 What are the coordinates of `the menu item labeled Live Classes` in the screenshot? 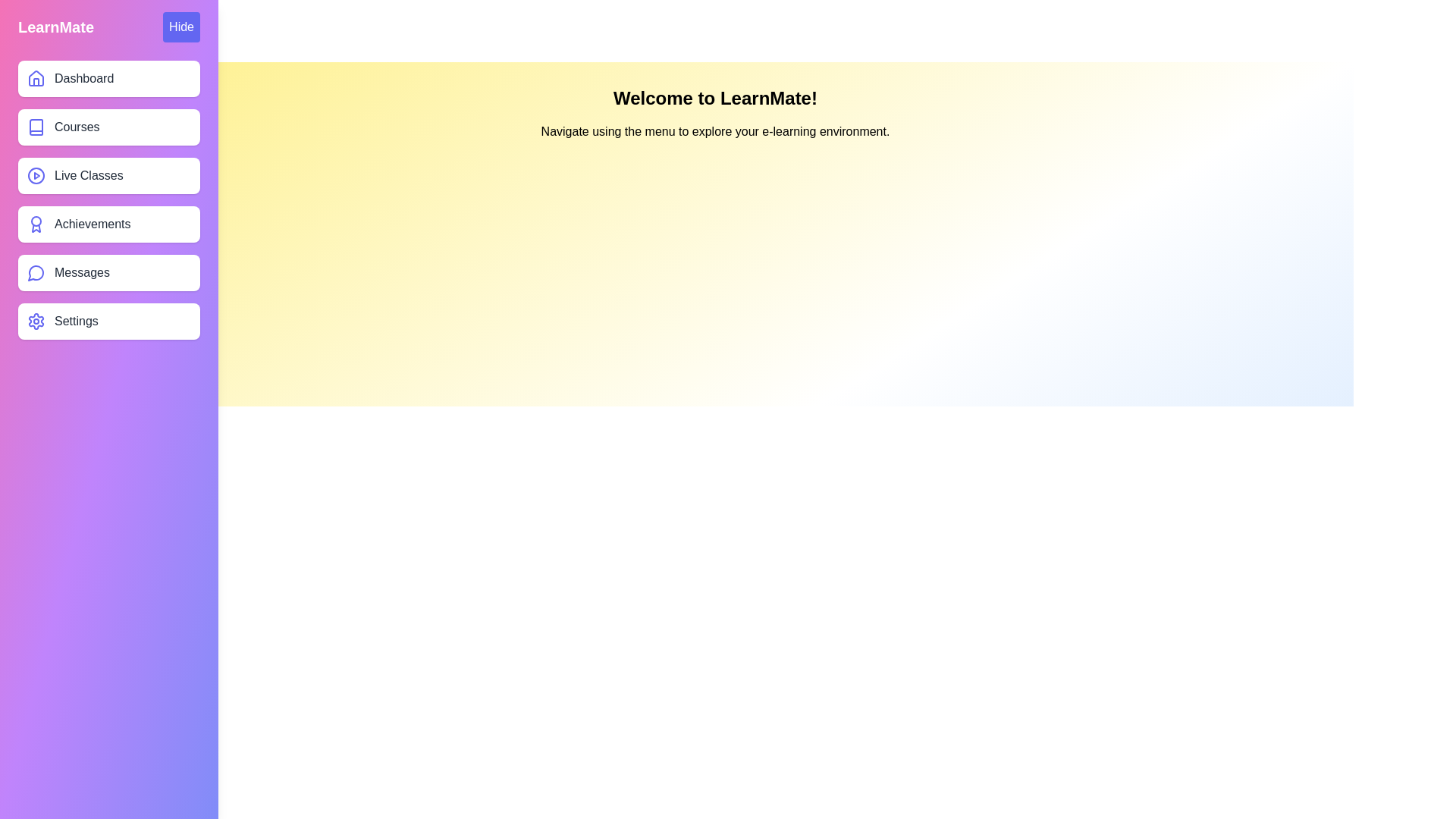 It's located at (108, 174).